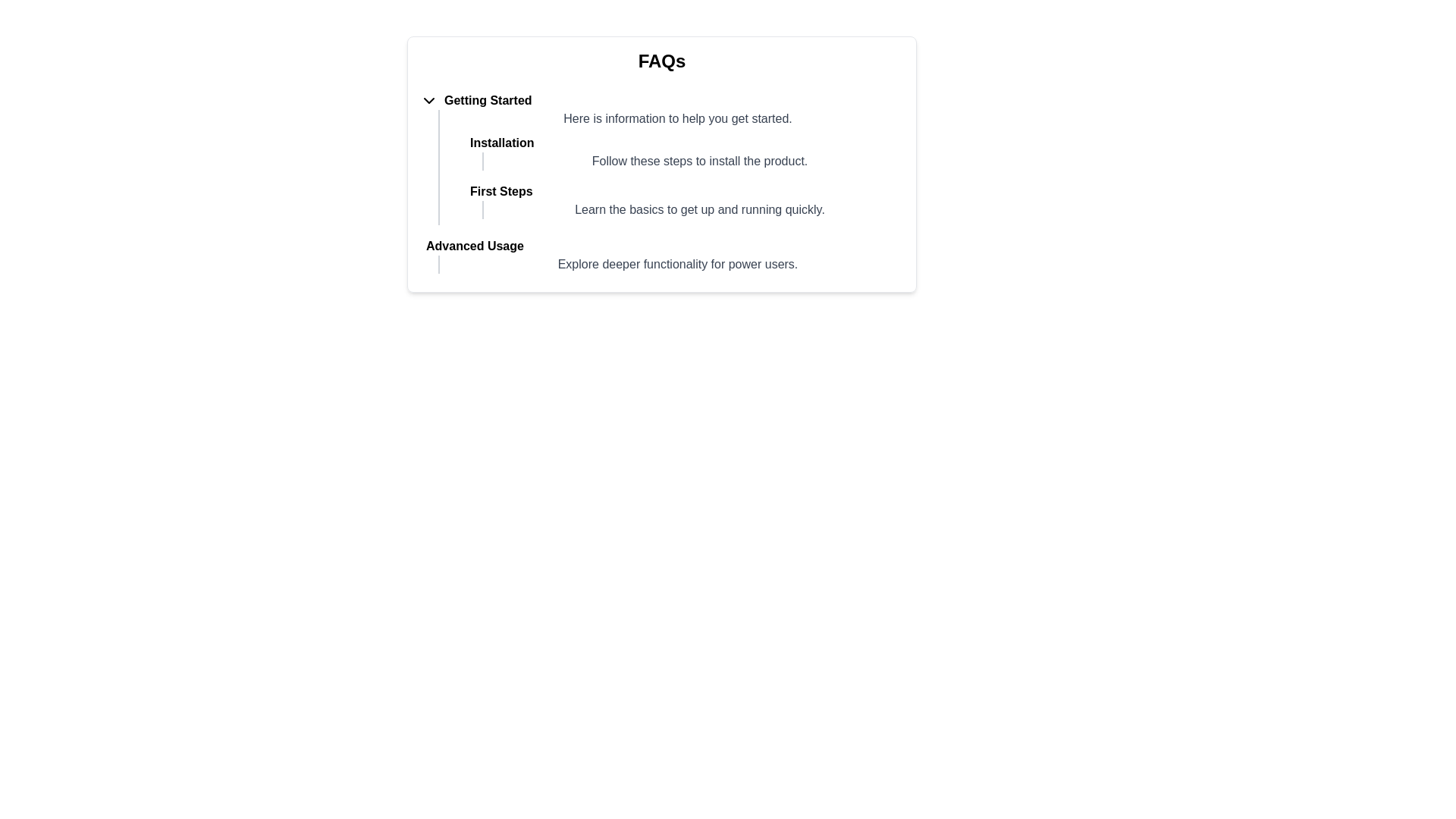 The height and width of the screenshot is (819, 1456). I want to click on the downward-pointing arrow icon located to the left of the text 'Getting Started', so click(428, 100).